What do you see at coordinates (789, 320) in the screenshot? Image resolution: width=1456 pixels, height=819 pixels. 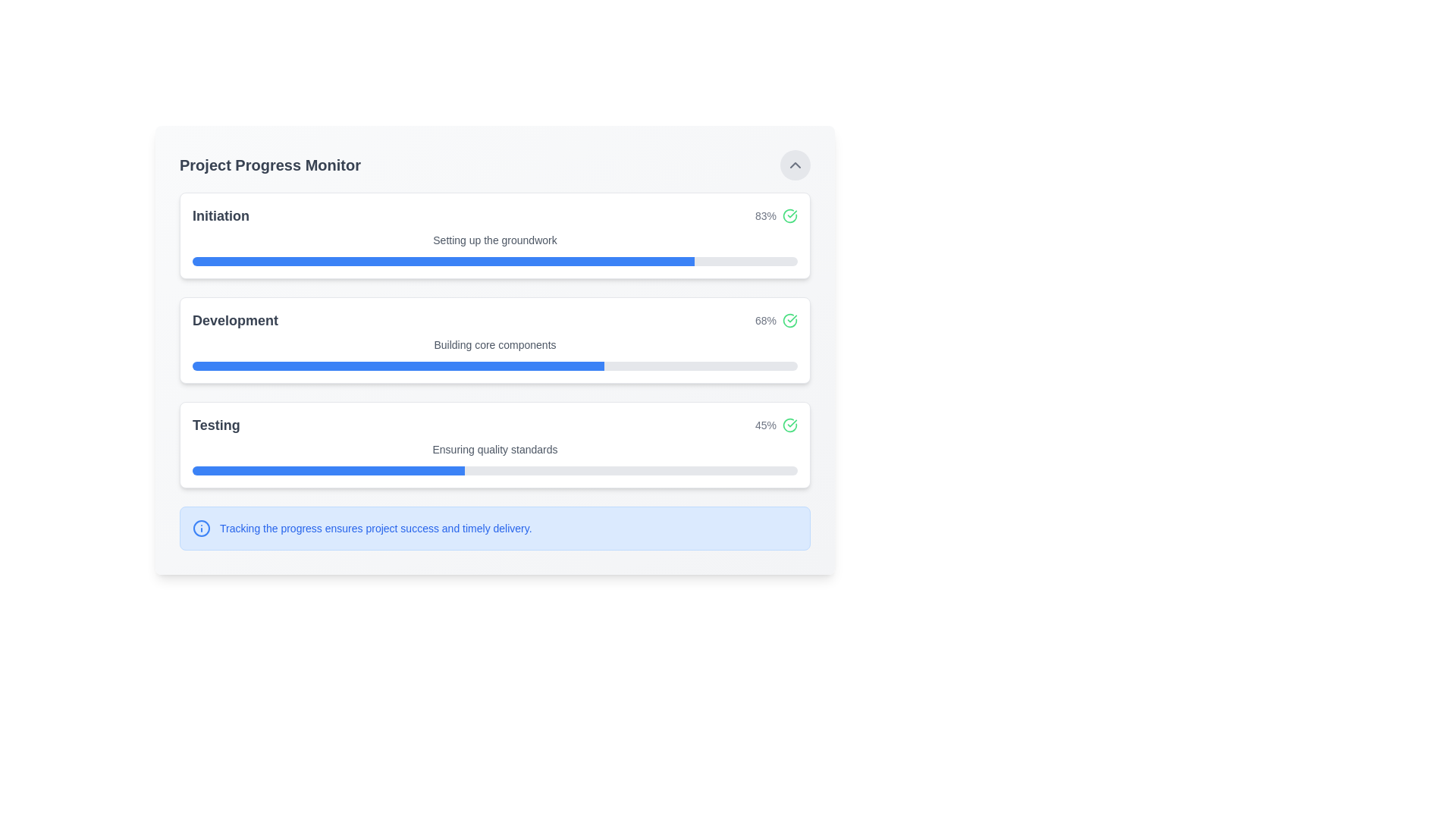 I see `the graphical element representing the 'Development' progress, located near the percentage indicator of '68%' in the SVG canvas` at bounding box center [789, 320].